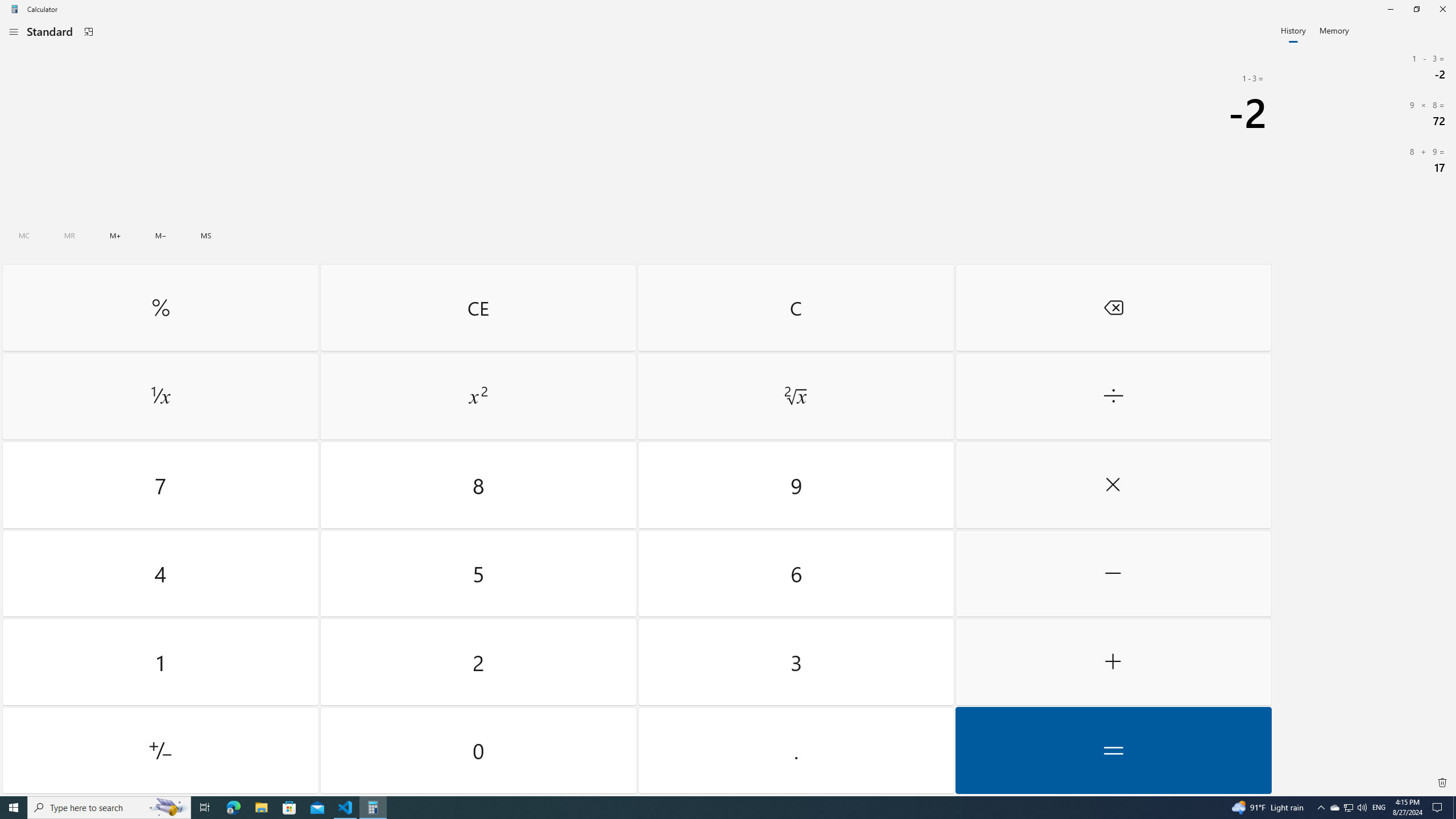  What do you see at coordinates (260, 806) in the screenshot?
I see `'File Explorer'` at bounding box center [260, 806].